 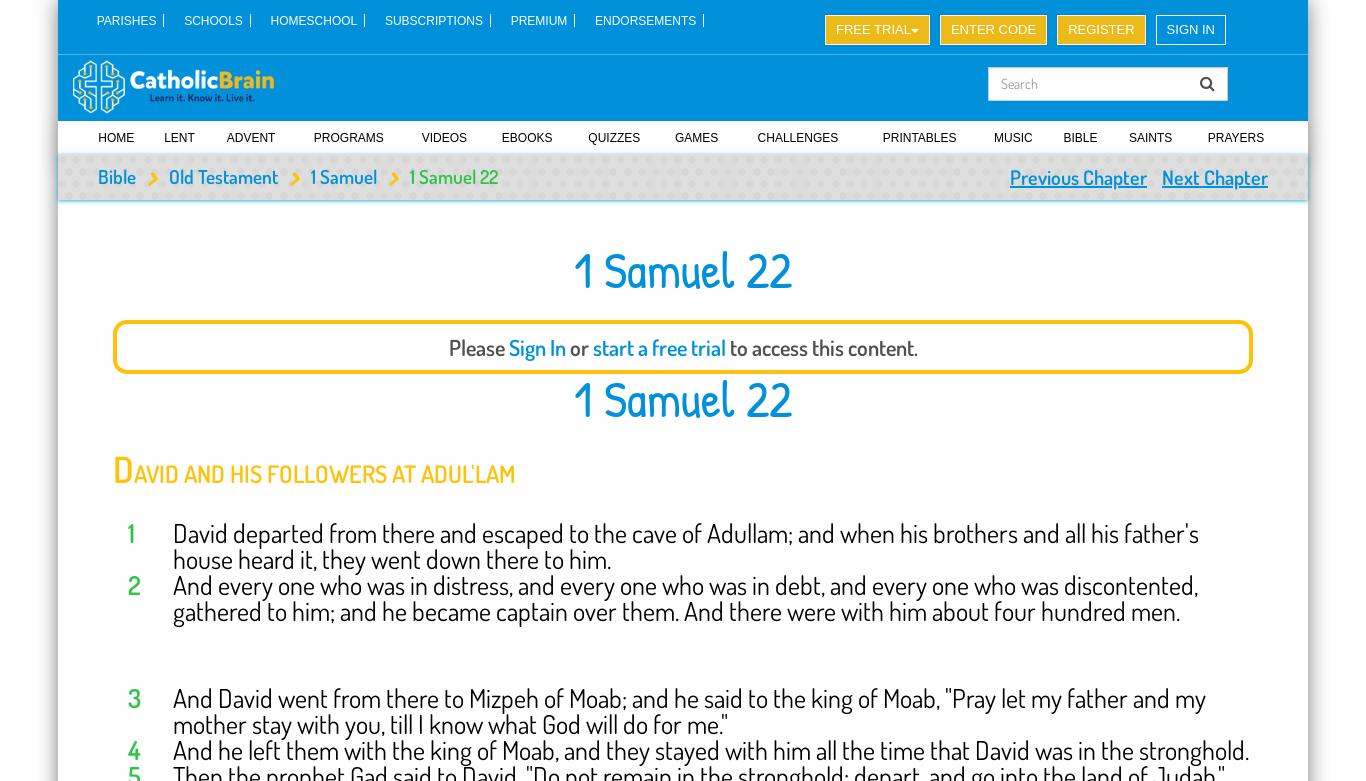 I want to click on 'Previous Chapter', so click(x=1077, y=175).